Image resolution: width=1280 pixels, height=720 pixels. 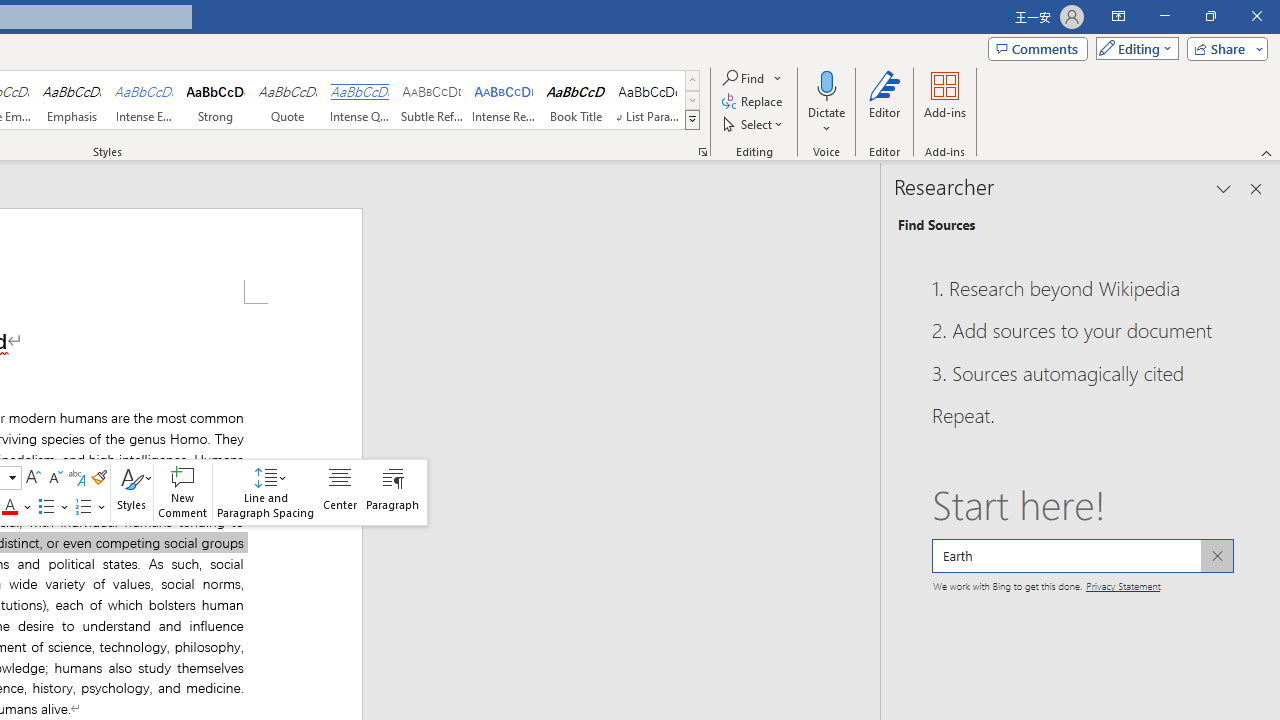 I want to click on 'Subtle Reference', so click(x=431, y=100).